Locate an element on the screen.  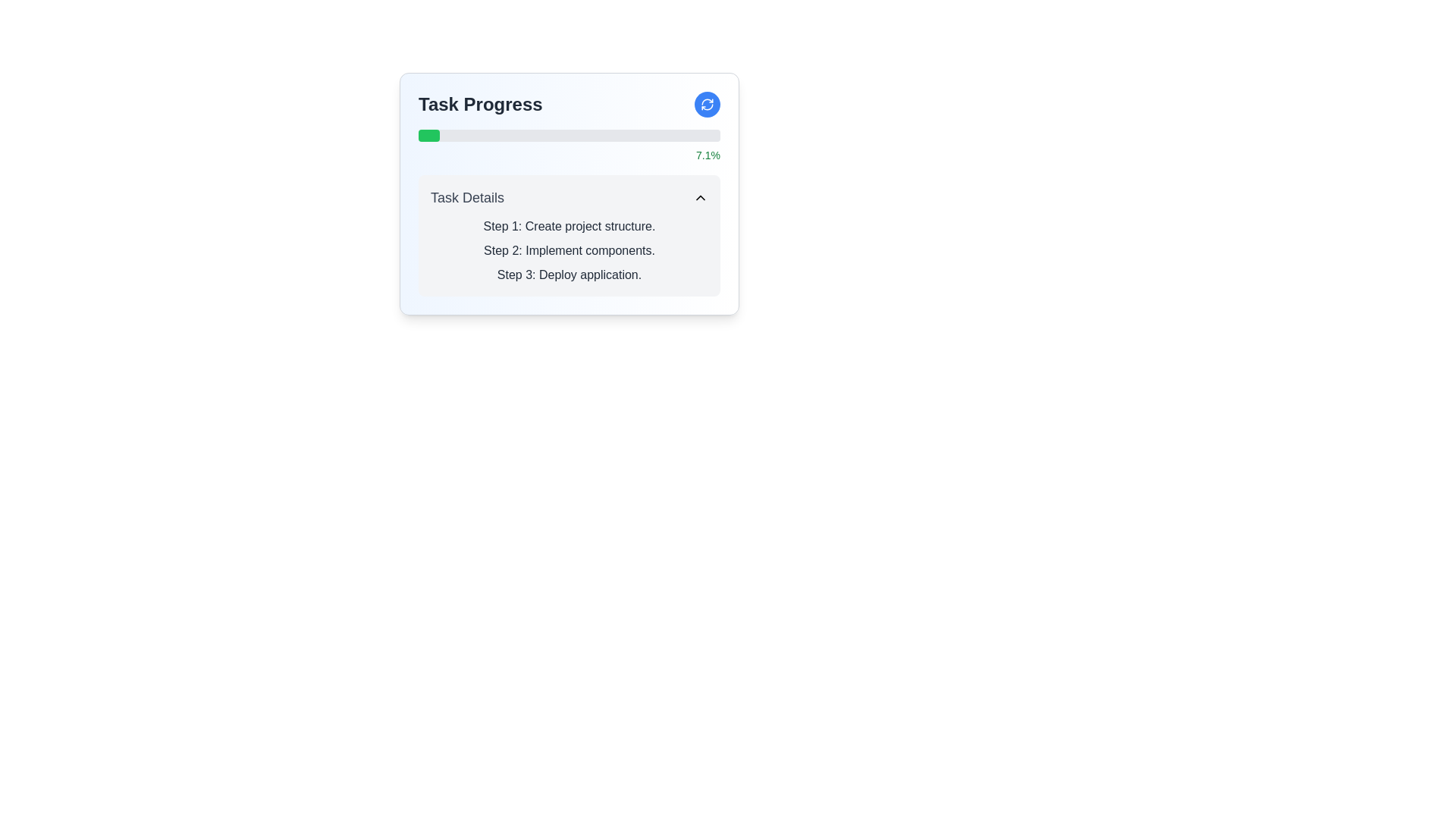
textual label that reads 'Step 2: Implement components.' which is the second item in the 'Task Details' section, positioned between 'Step 1: Create project structure.' and 'Step 3: Deploy application.' is located at coordinates (568, 250).